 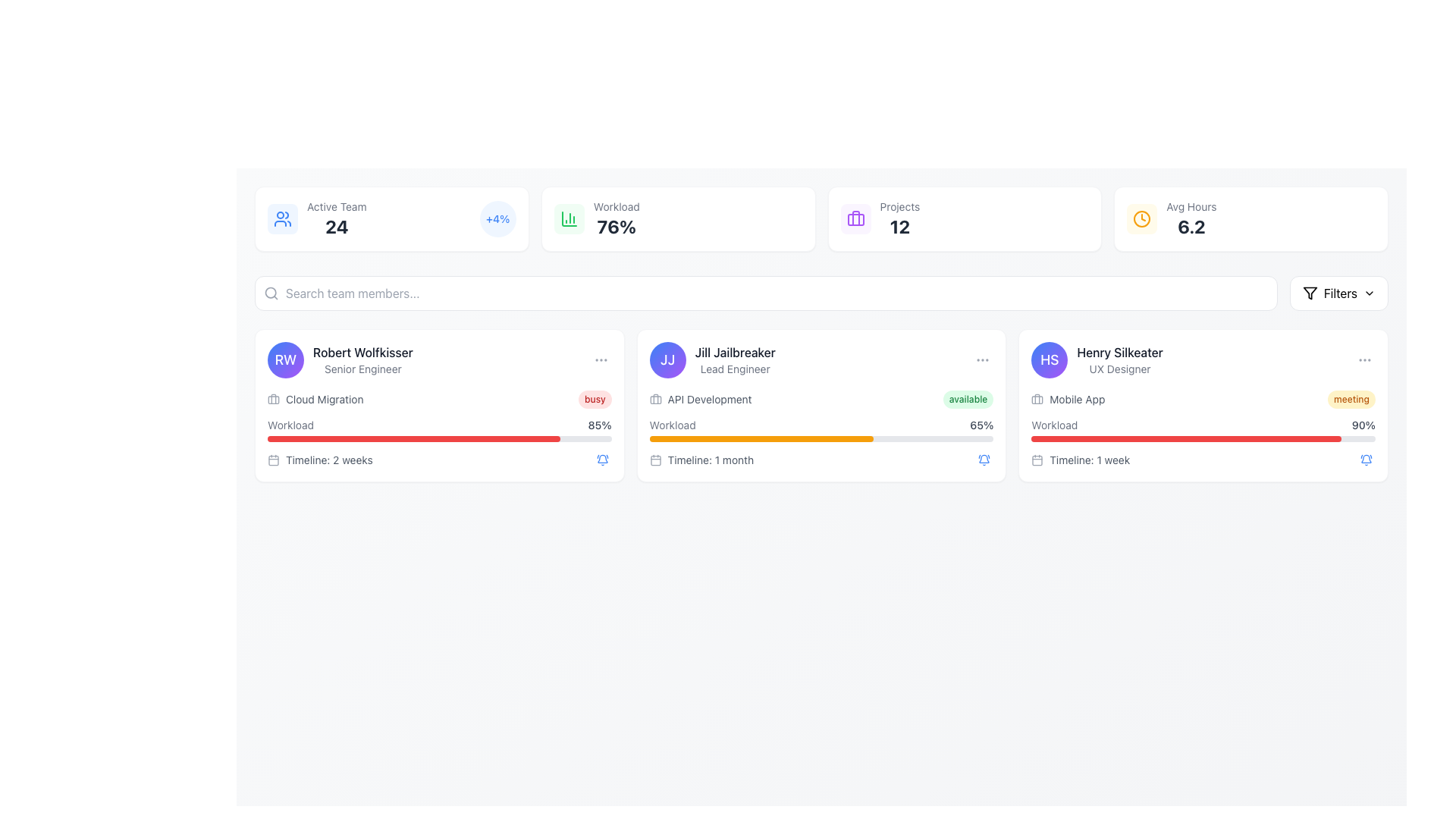 I want to click on the label component that indicates the current project or task associated with the user, located, so click(x=315, y=399).